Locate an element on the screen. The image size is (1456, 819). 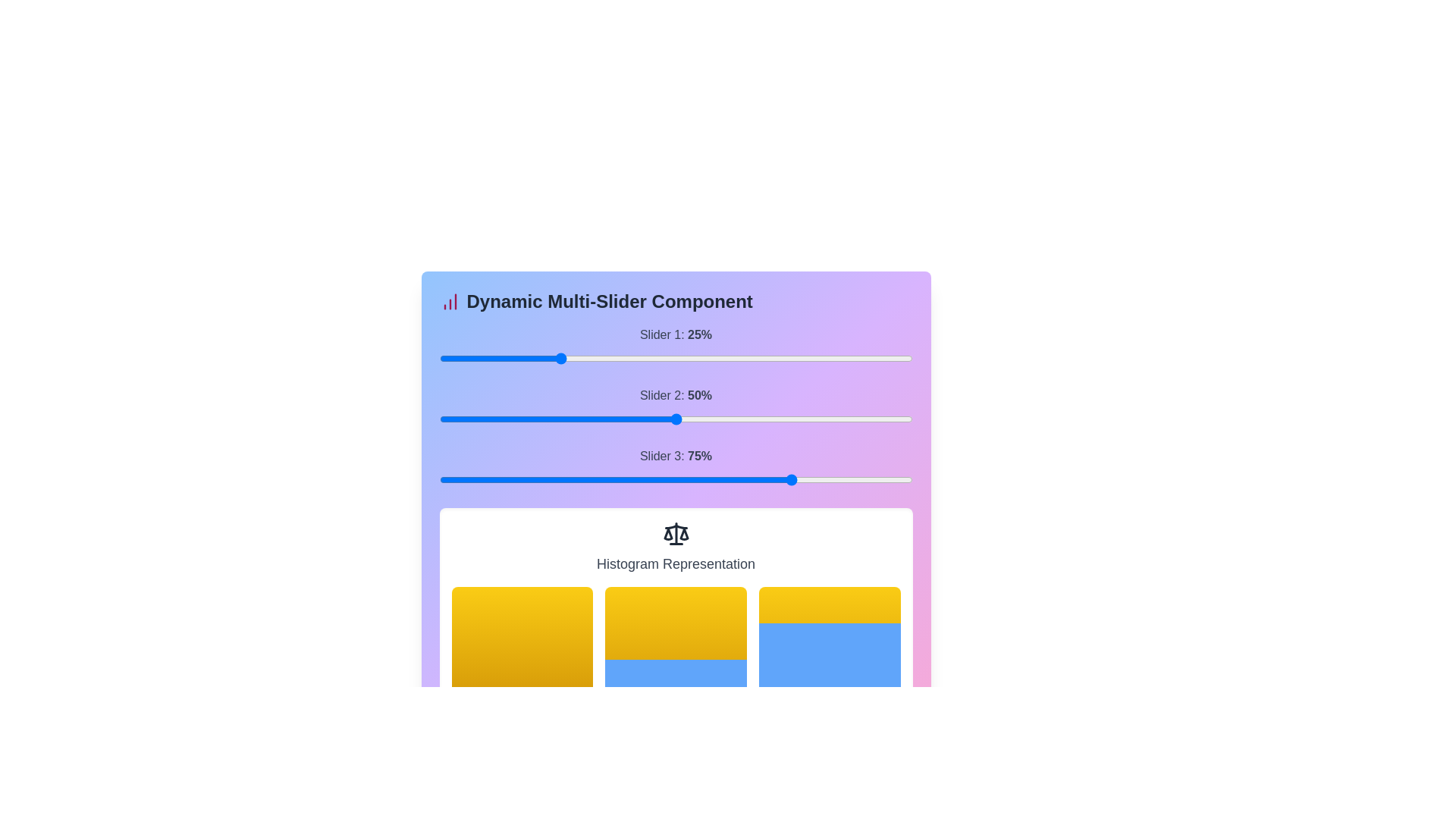
the slider 1 to 92% to observe histogram changes is located at coordinates (893, 359).